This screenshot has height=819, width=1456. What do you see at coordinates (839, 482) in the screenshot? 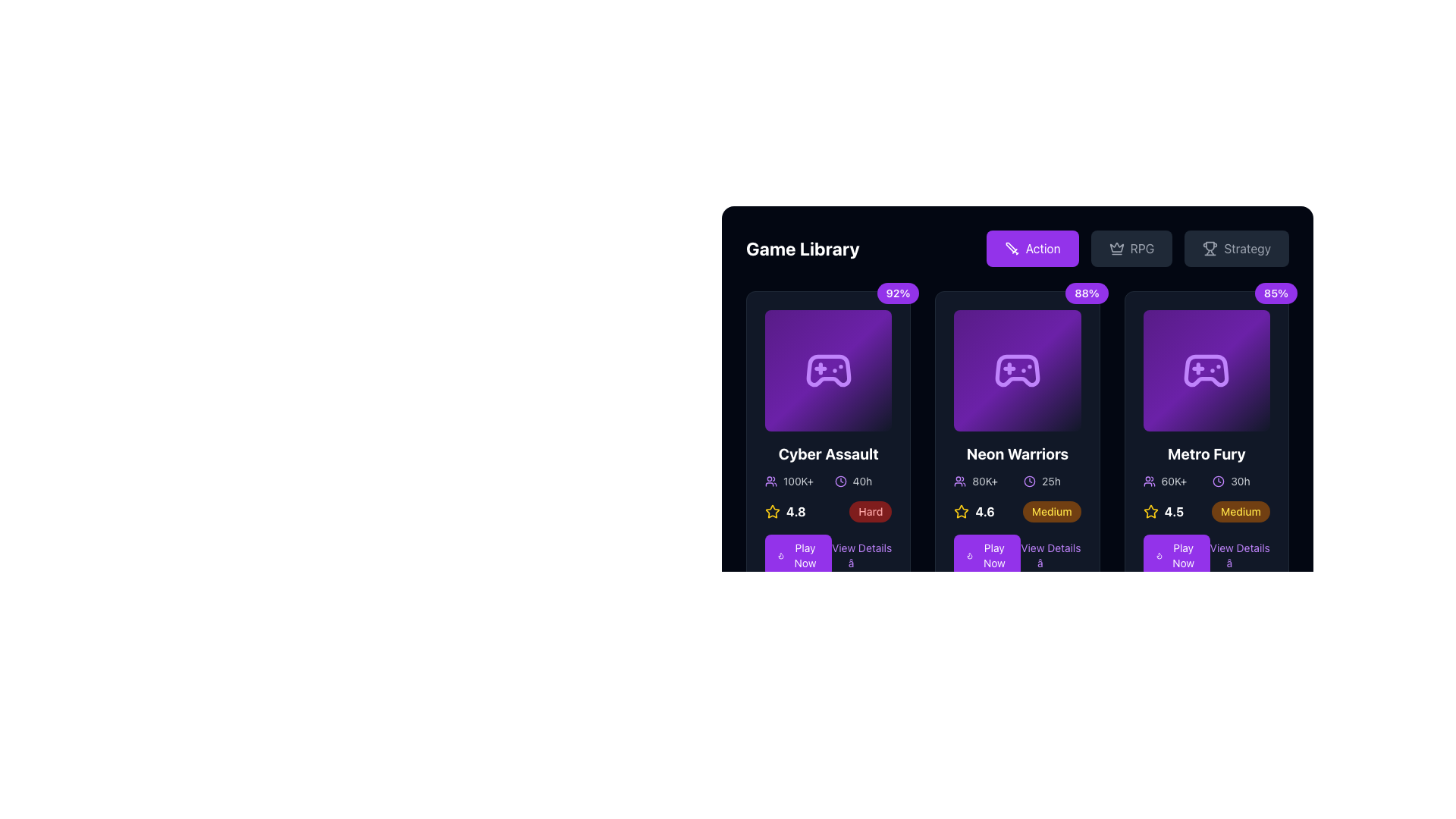
I see `the small purple clock icon located to the left of the '40h' text in the Cyber Assault card, which signifies time-related information` at bounding box center [839, 482].